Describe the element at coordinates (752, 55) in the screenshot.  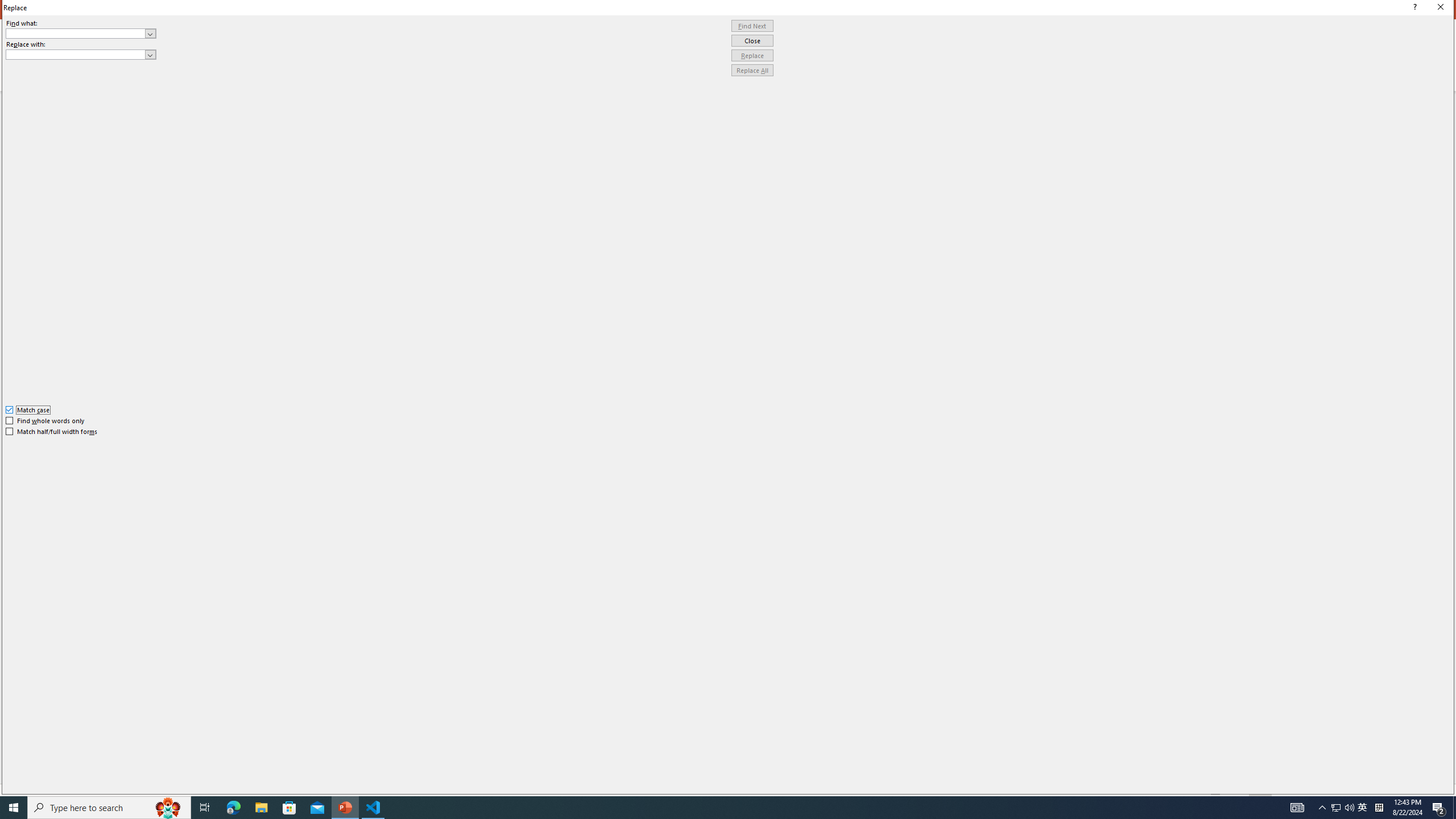
I see `'Replace'` at that location.